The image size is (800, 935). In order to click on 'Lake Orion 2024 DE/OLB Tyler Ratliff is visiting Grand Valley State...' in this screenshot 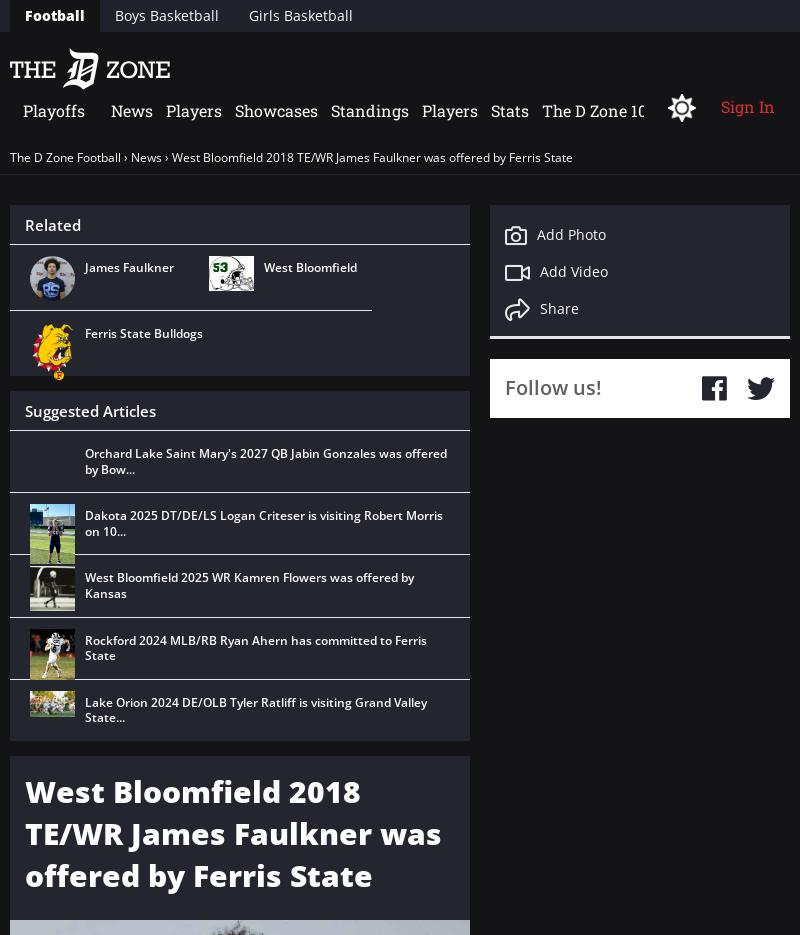, I will do `click(255, 708)`.